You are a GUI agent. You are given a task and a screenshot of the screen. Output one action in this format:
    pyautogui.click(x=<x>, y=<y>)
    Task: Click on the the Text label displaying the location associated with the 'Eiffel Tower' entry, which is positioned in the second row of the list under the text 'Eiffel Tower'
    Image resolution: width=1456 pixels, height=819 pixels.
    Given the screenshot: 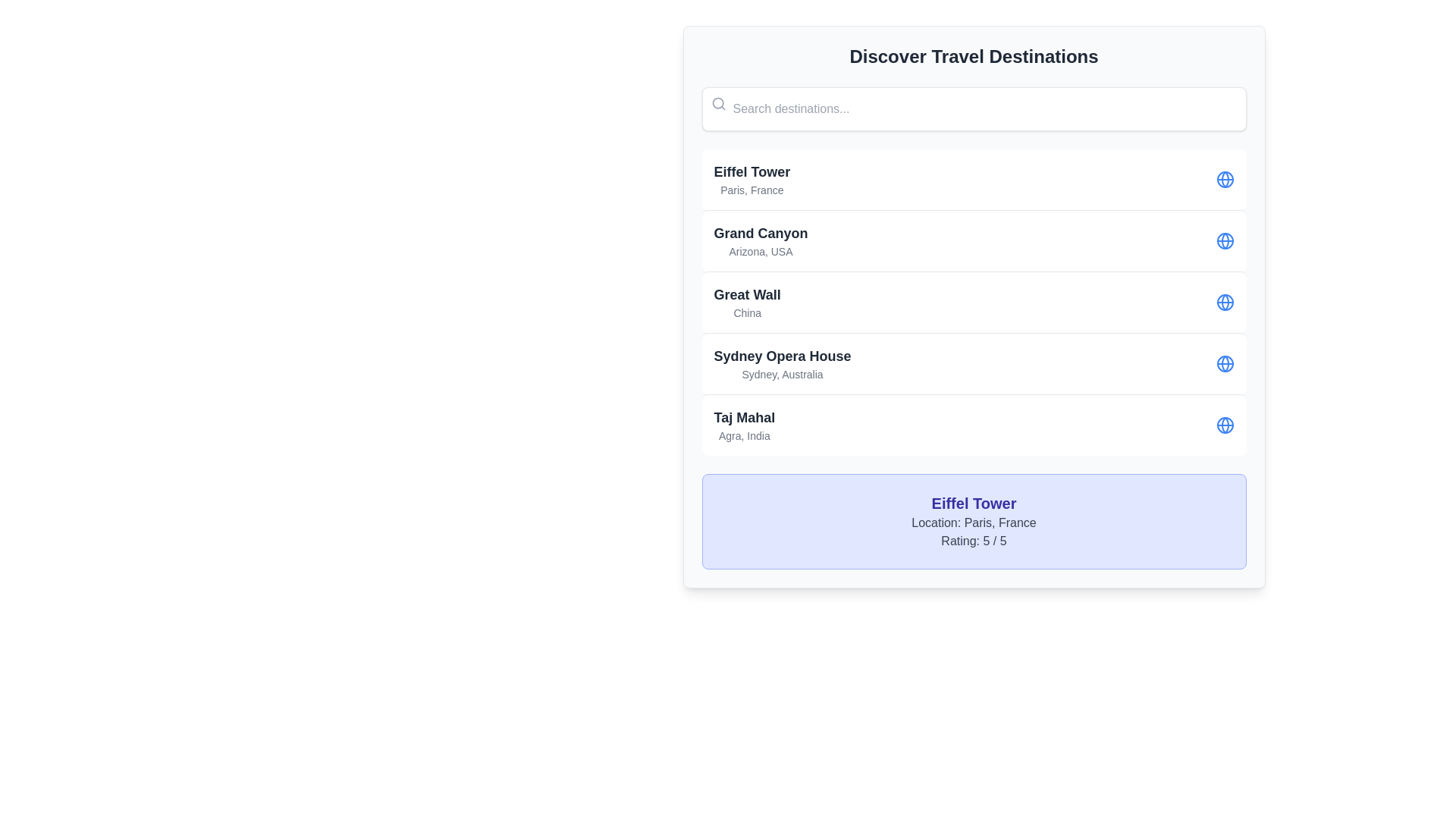 What is the action you would take?
    pyautogui.click(x=752, y=189)
    